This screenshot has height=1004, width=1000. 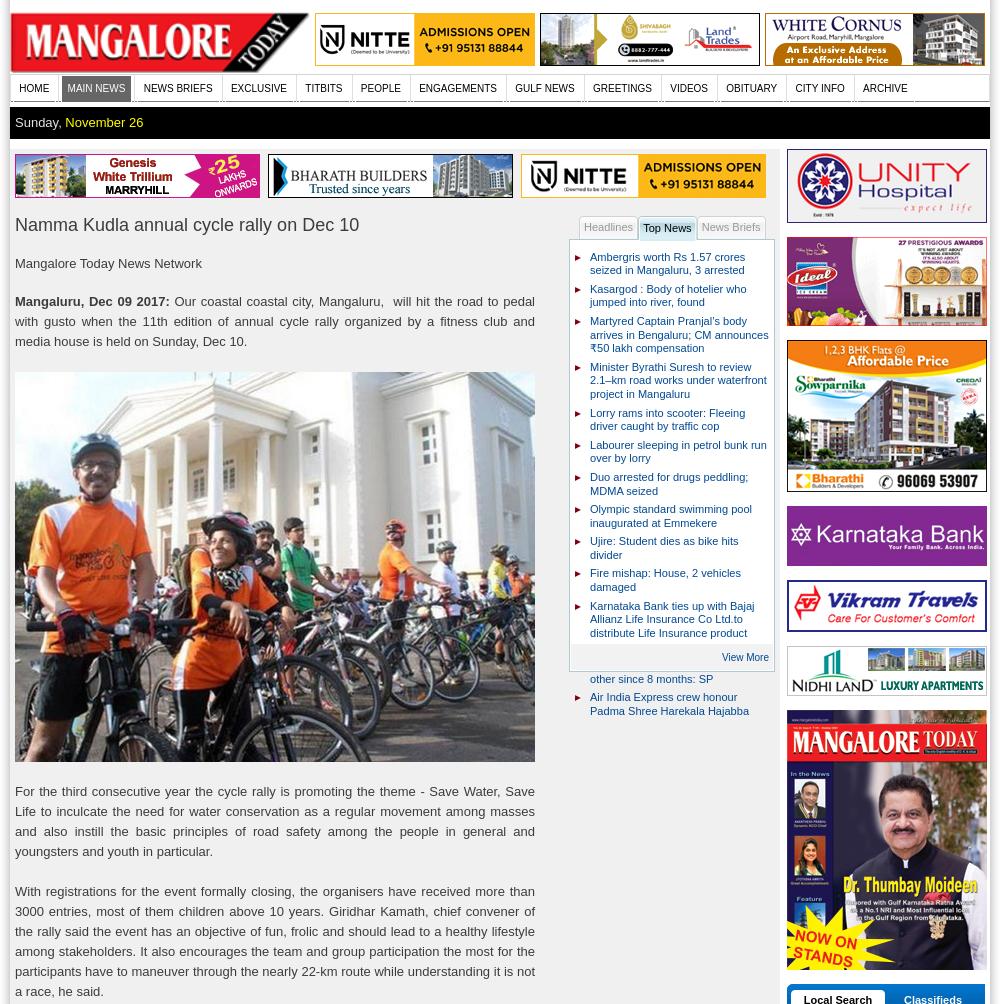 I want to click on 'Headlines', so click(x=607, y=225).